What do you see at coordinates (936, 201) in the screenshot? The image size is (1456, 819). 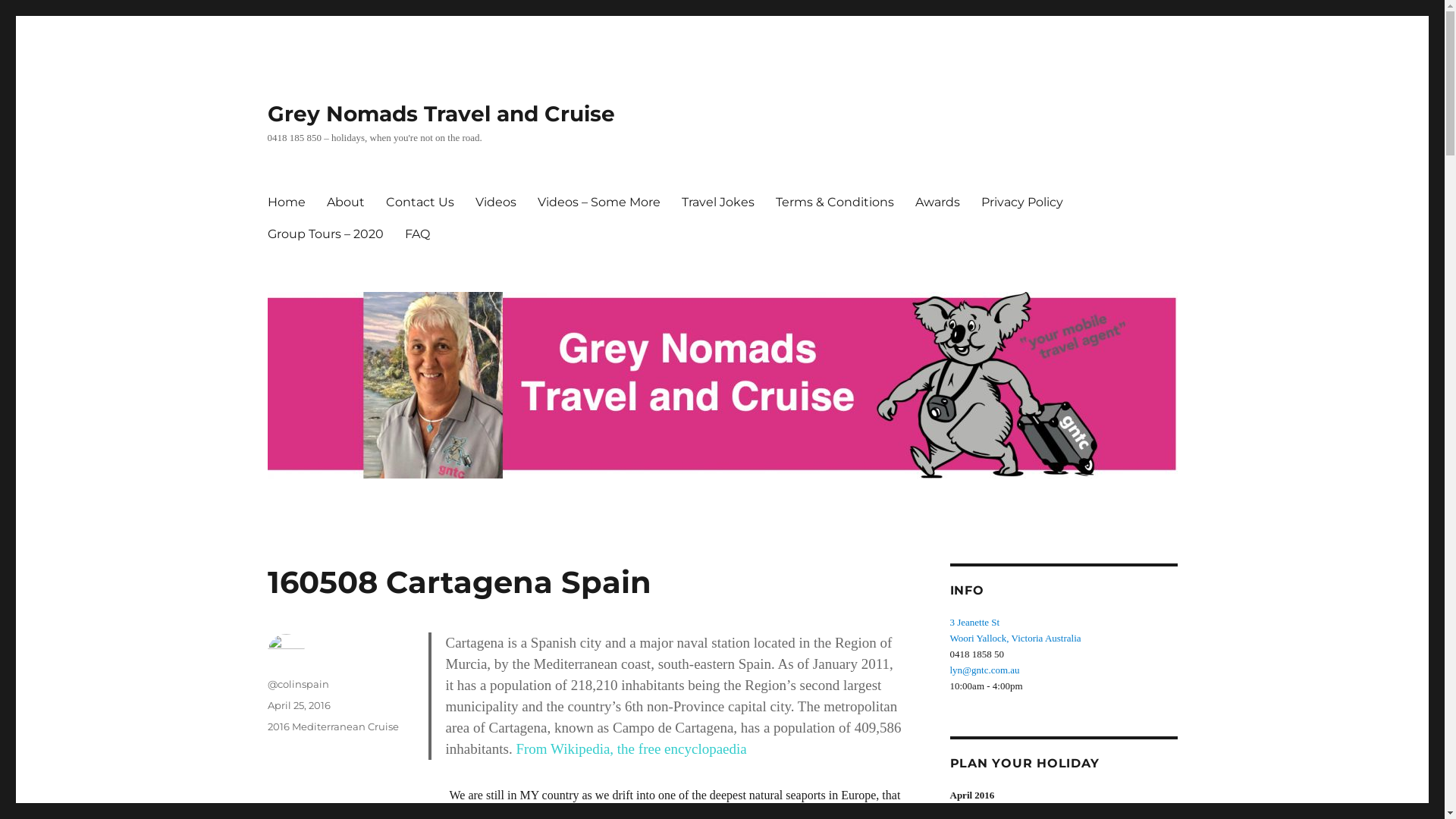 I see `'Awards'` at bounding box center [936, 201].